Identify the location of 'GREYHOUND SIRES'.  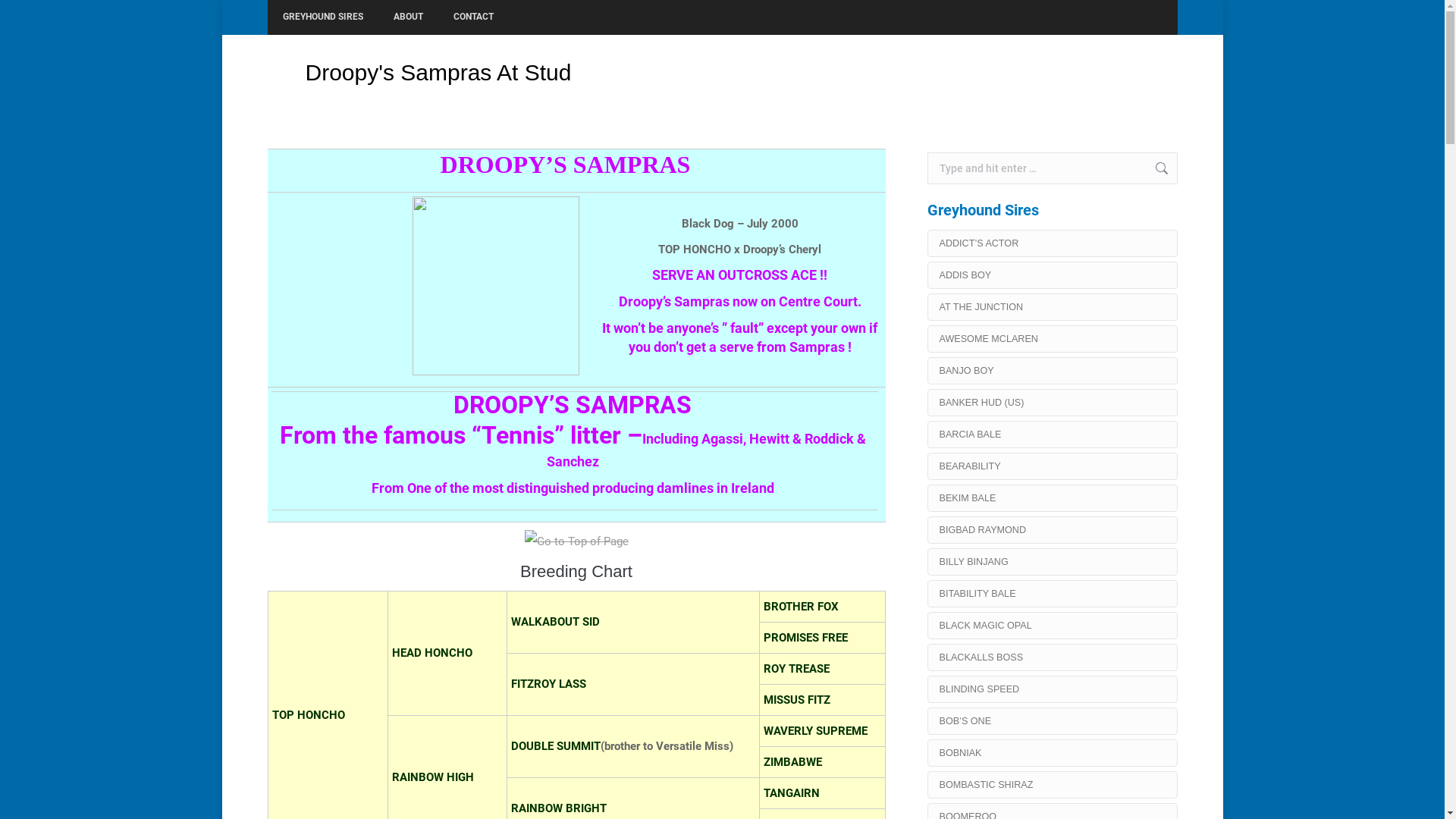
(322, 17).